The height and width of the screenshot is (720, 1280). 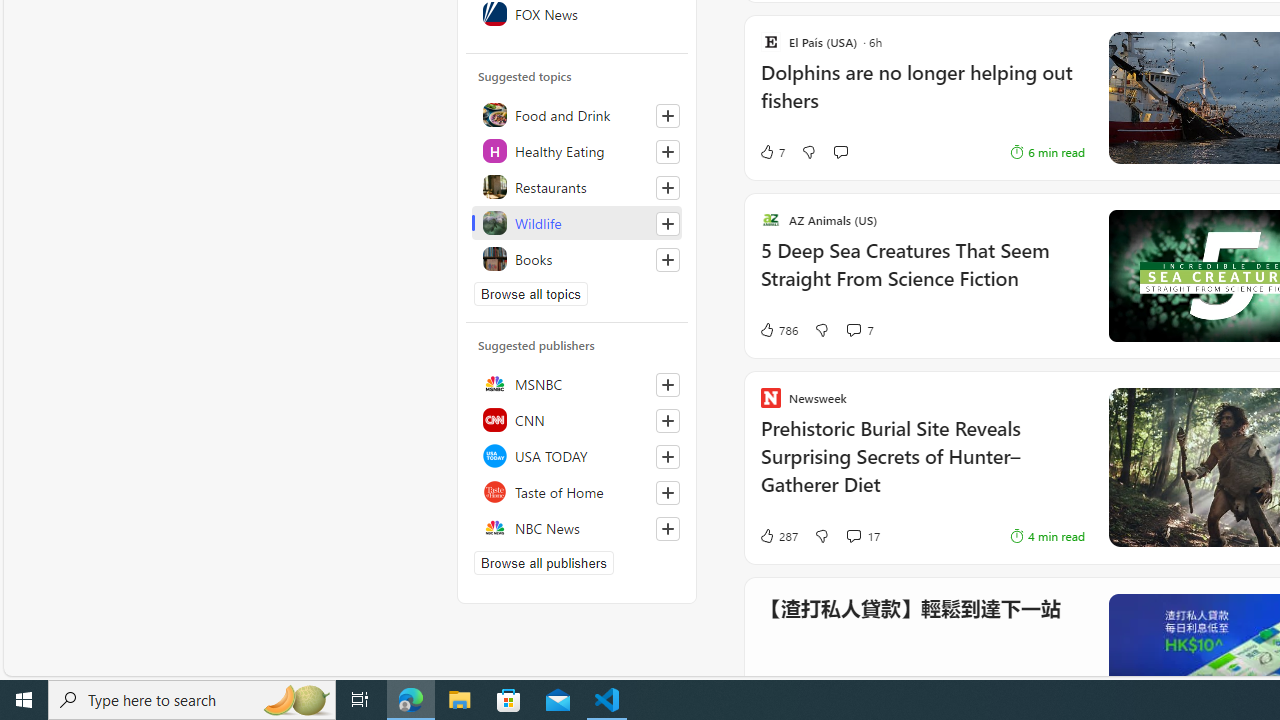 I want to click on 'CNN', so click(x=576, y=419).